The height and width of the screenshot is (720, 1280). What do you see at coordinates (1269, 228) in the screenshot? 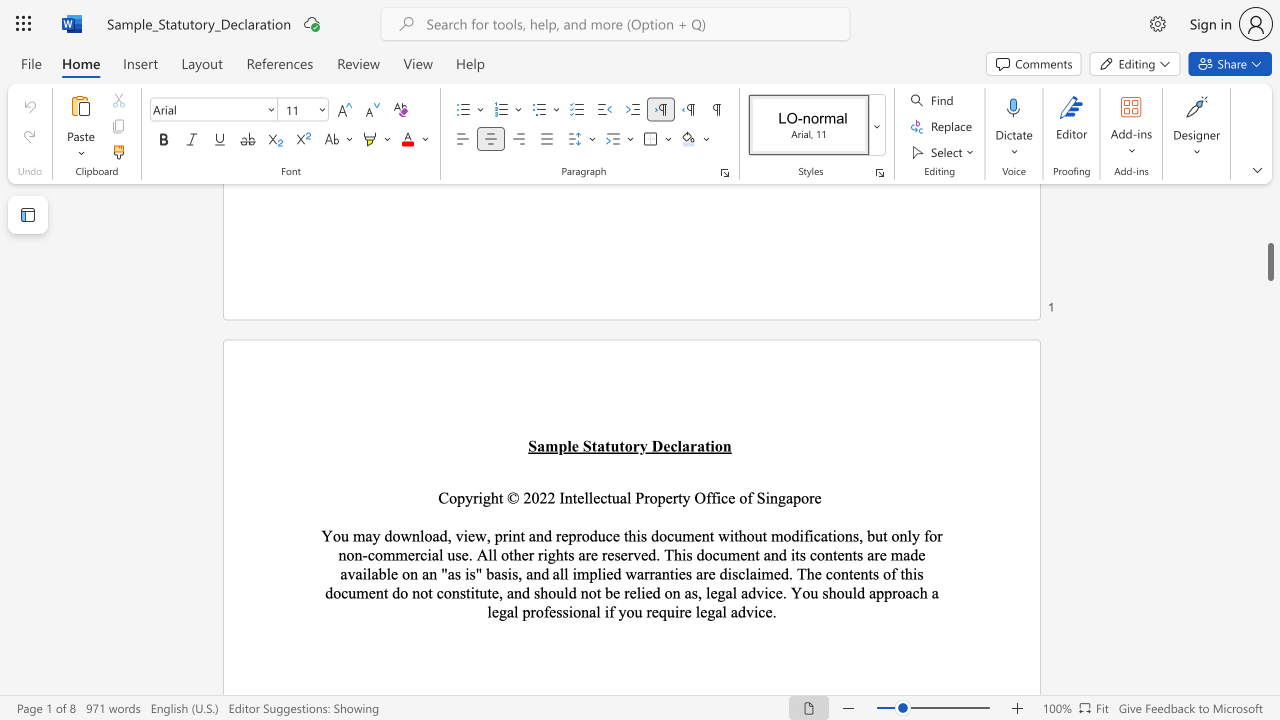
I see `the right-hand scrollbar to ascend the page` at bounding box center [1269, 228].